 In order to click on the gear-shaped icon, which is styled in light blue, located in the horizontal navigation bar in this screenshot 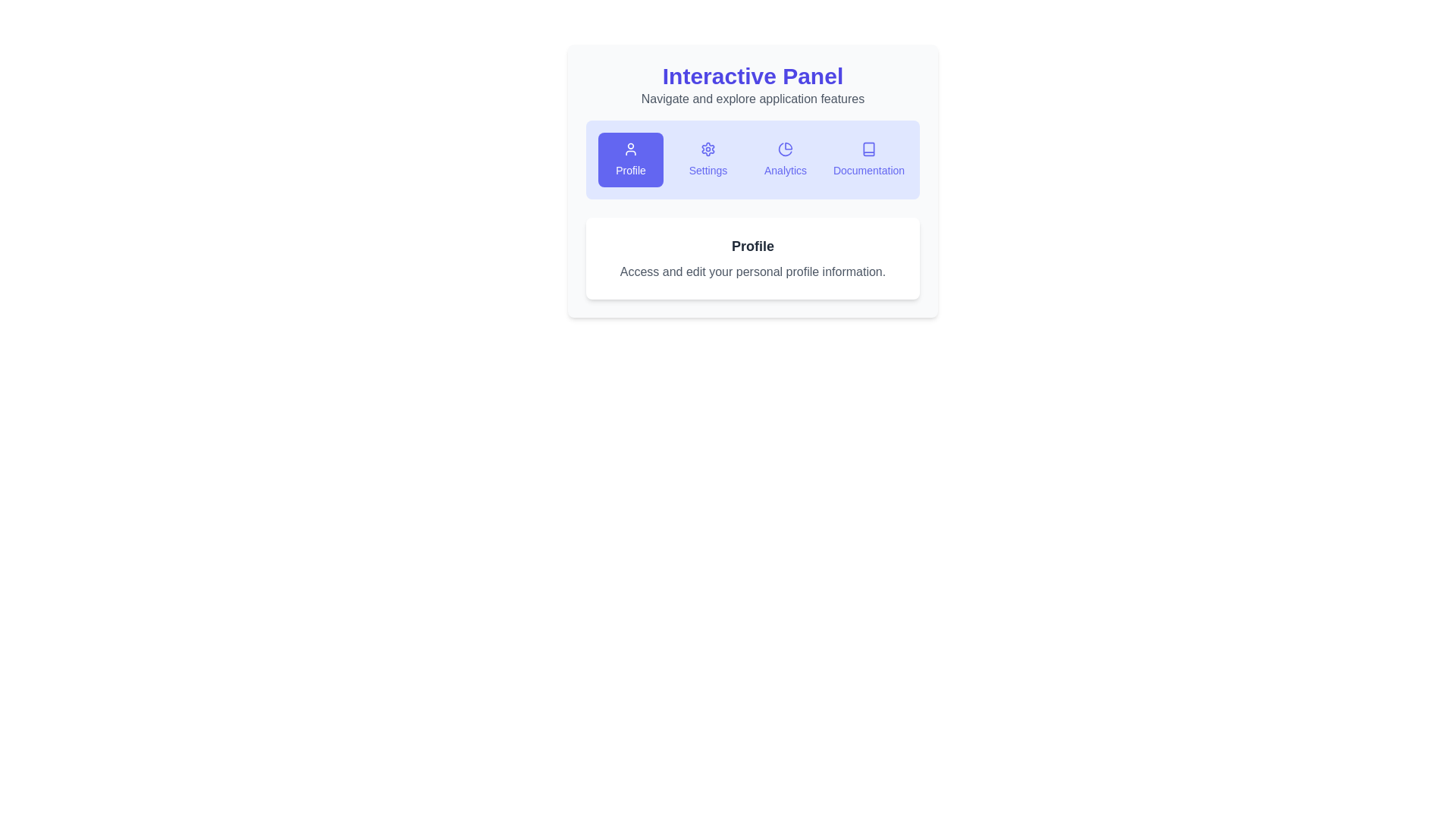, I will do `click(708, 149)`.